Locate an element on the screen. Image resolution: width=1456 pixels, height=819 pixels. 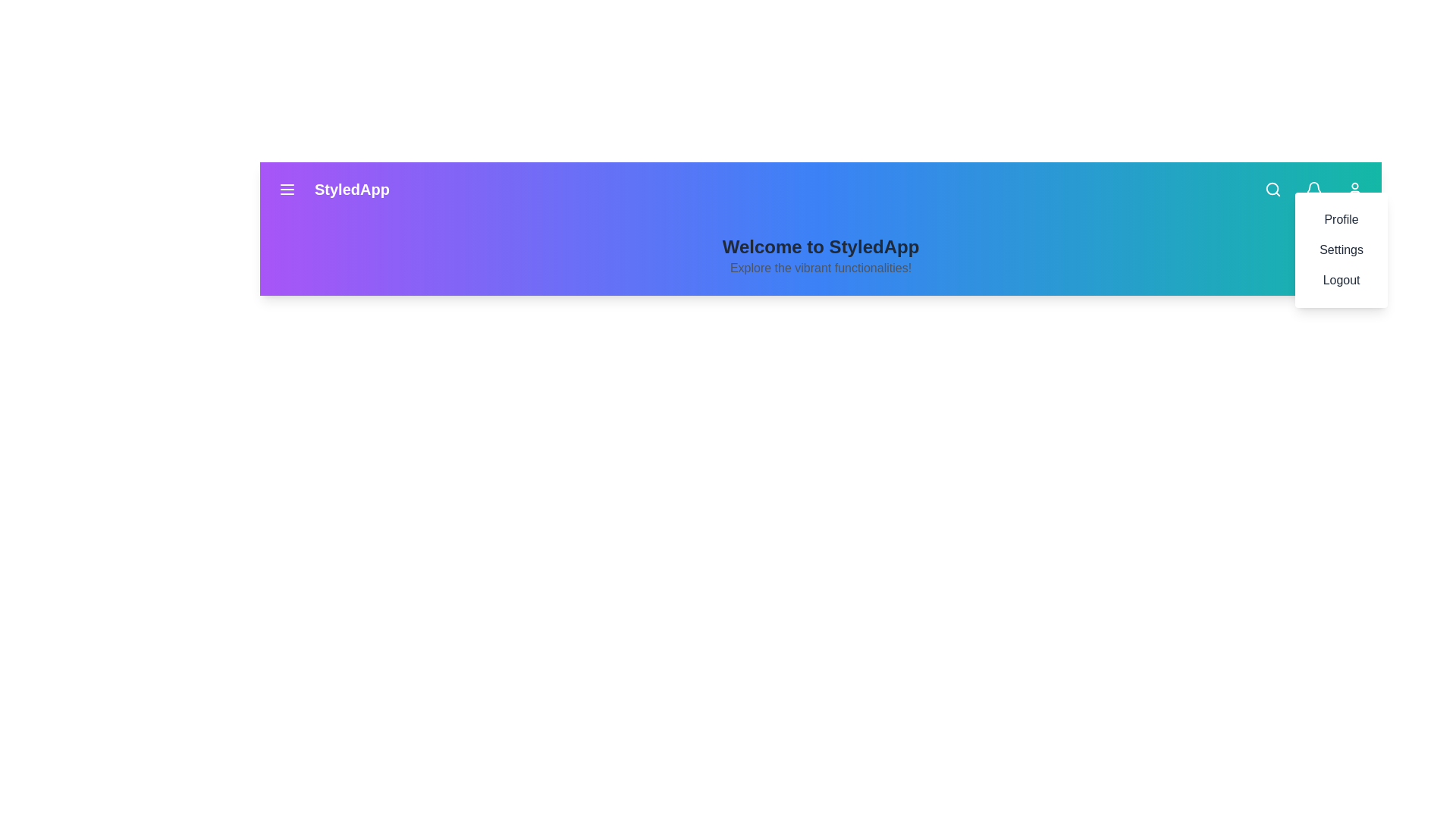
the option Profile from the dropdown menu is located at coordinates (1341, 219).